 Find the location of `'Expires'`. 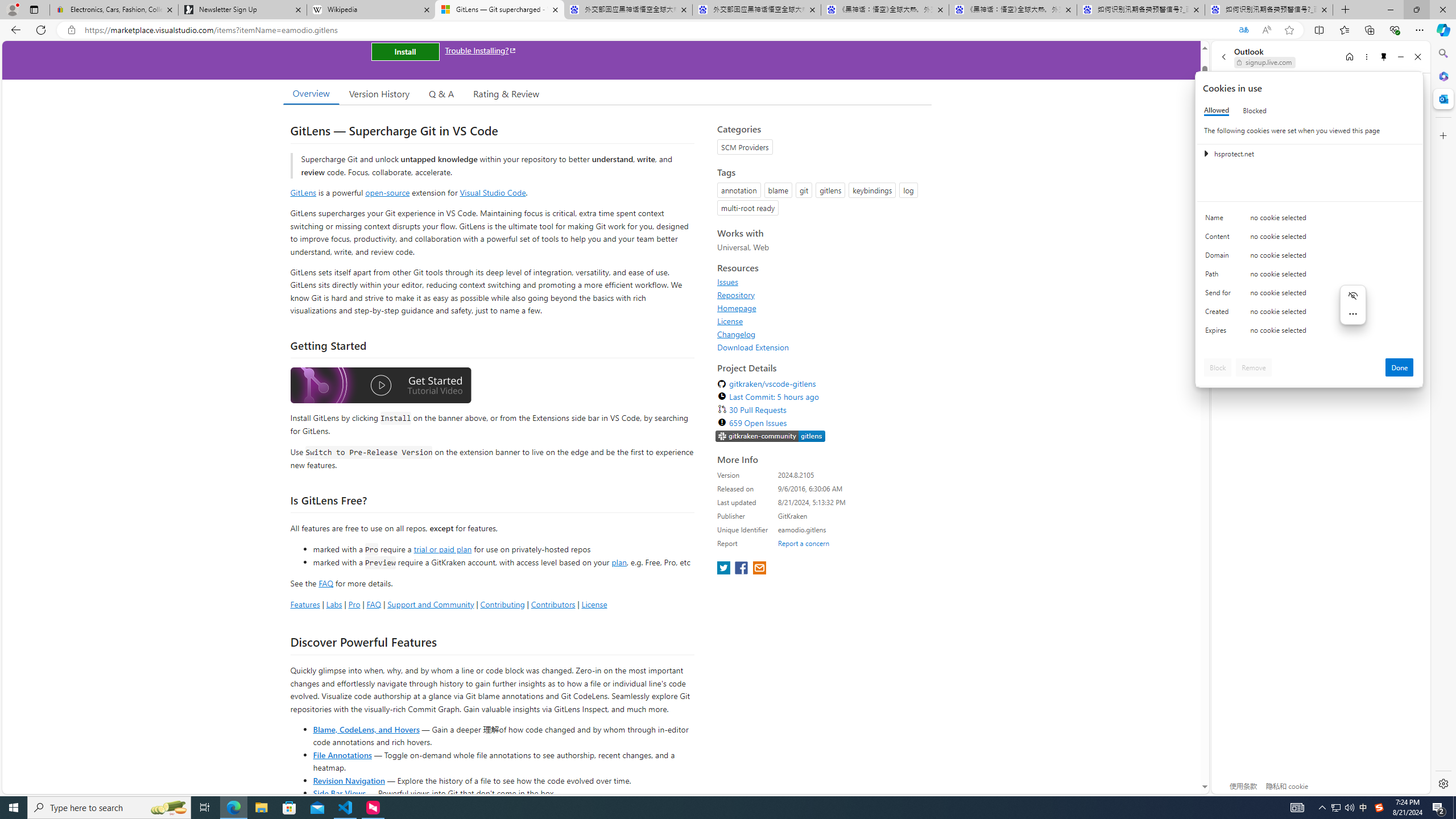

'Expires' is located at coordinates (1219, 333).